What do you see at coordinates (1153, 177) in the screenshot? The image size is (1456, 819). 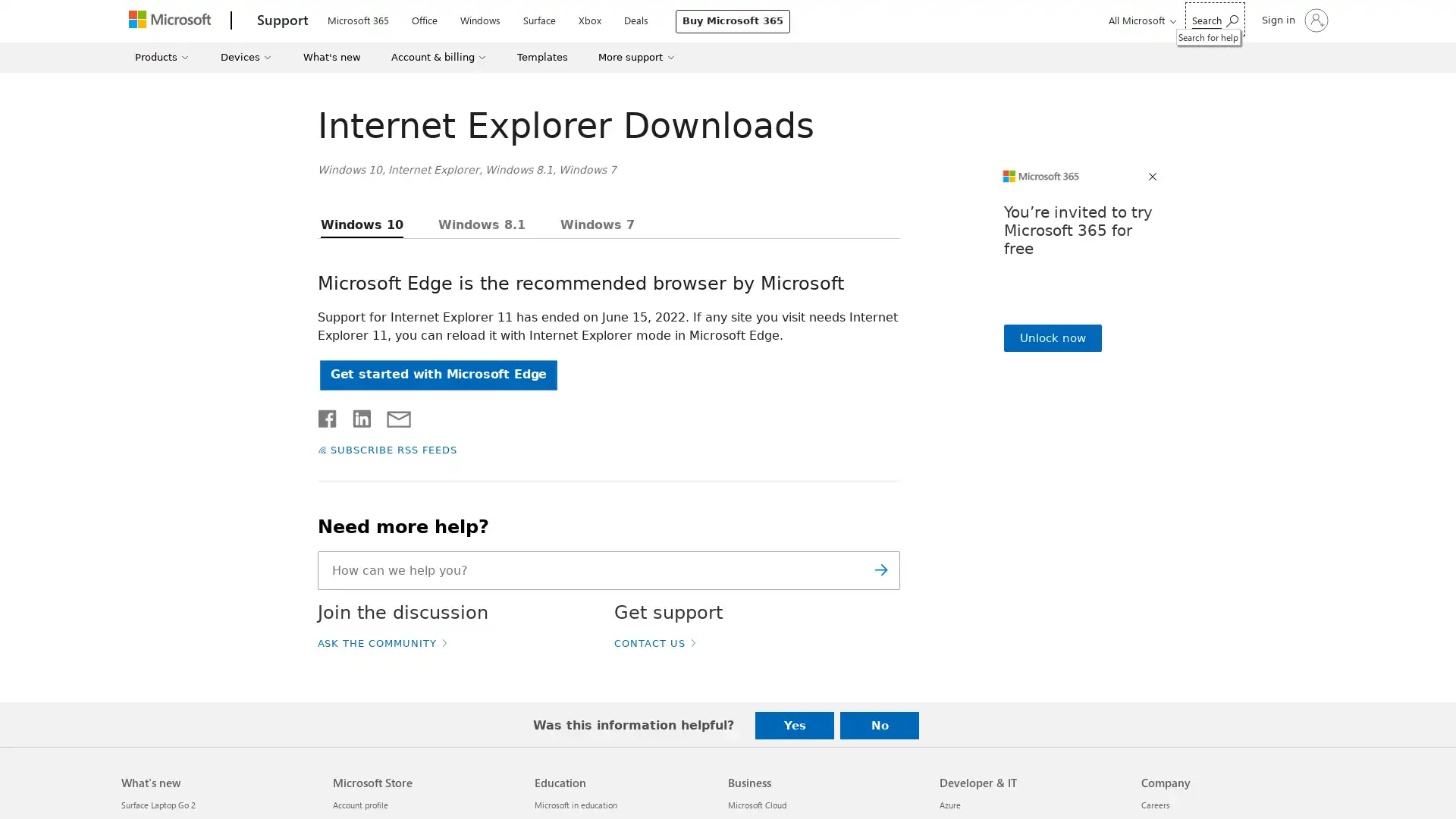 I see `Close upgrade banner` at bounding box center [1153, 177].